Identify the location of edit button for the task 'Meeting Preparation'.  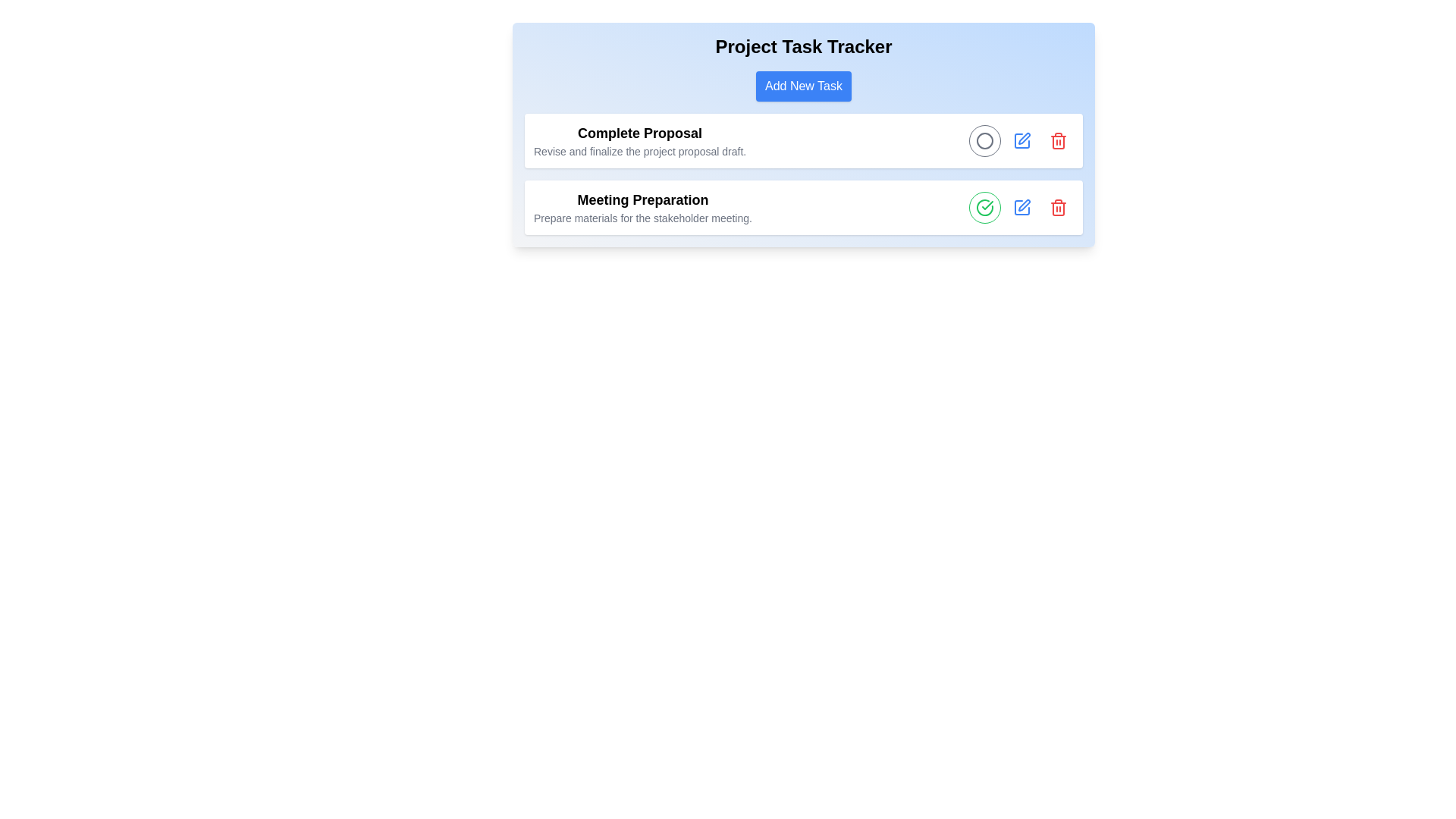
(1022, 207).